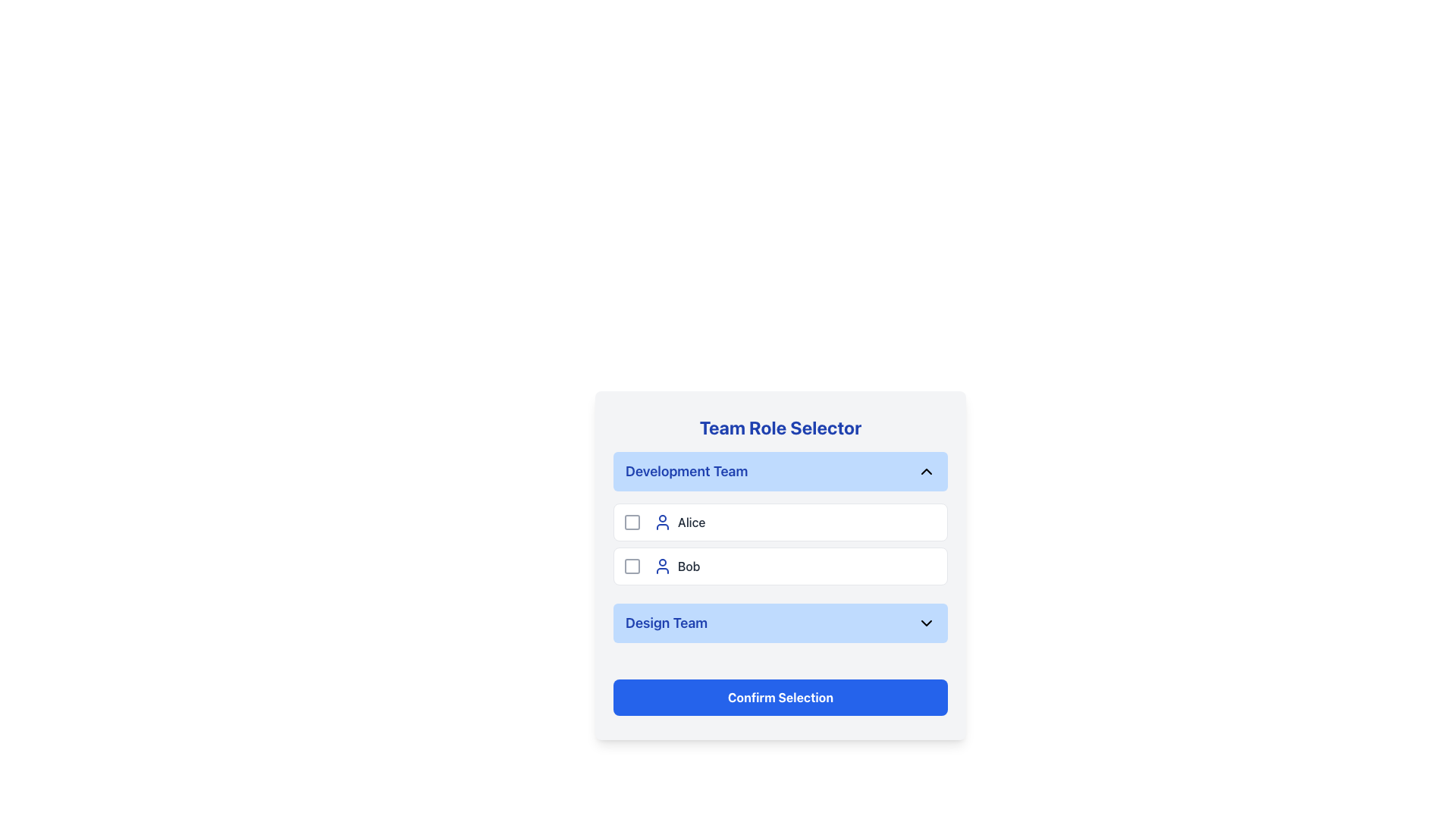 Image resolution: width=1456 pixels, height=819 pixels. Describe the element at coordinates (688, 566) in the screenshot. I see `the text label displaying the name 'Bob', which is located next to the user avatar icon in the middle row under the 'Development Team' header` at that location.